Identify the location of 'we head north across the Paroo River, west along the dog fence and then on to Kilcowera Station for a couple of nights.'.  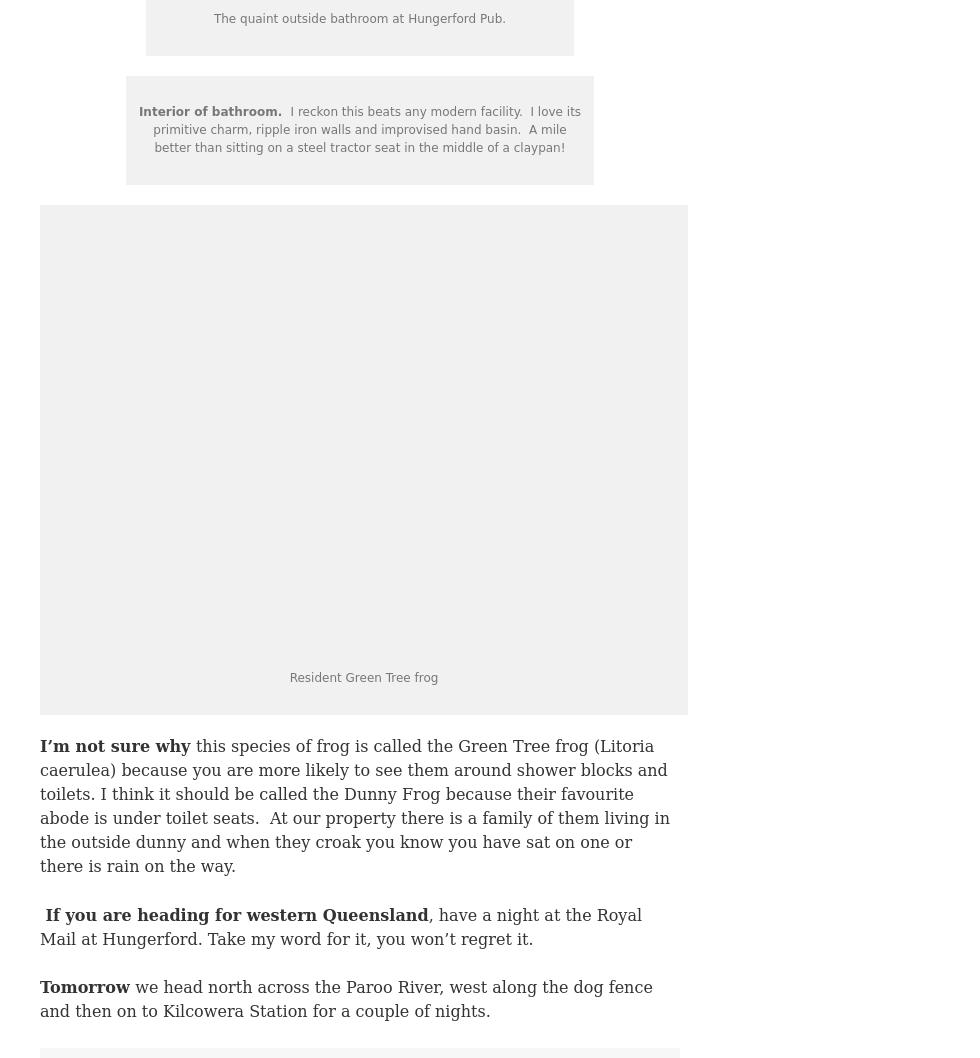
(346, 998).